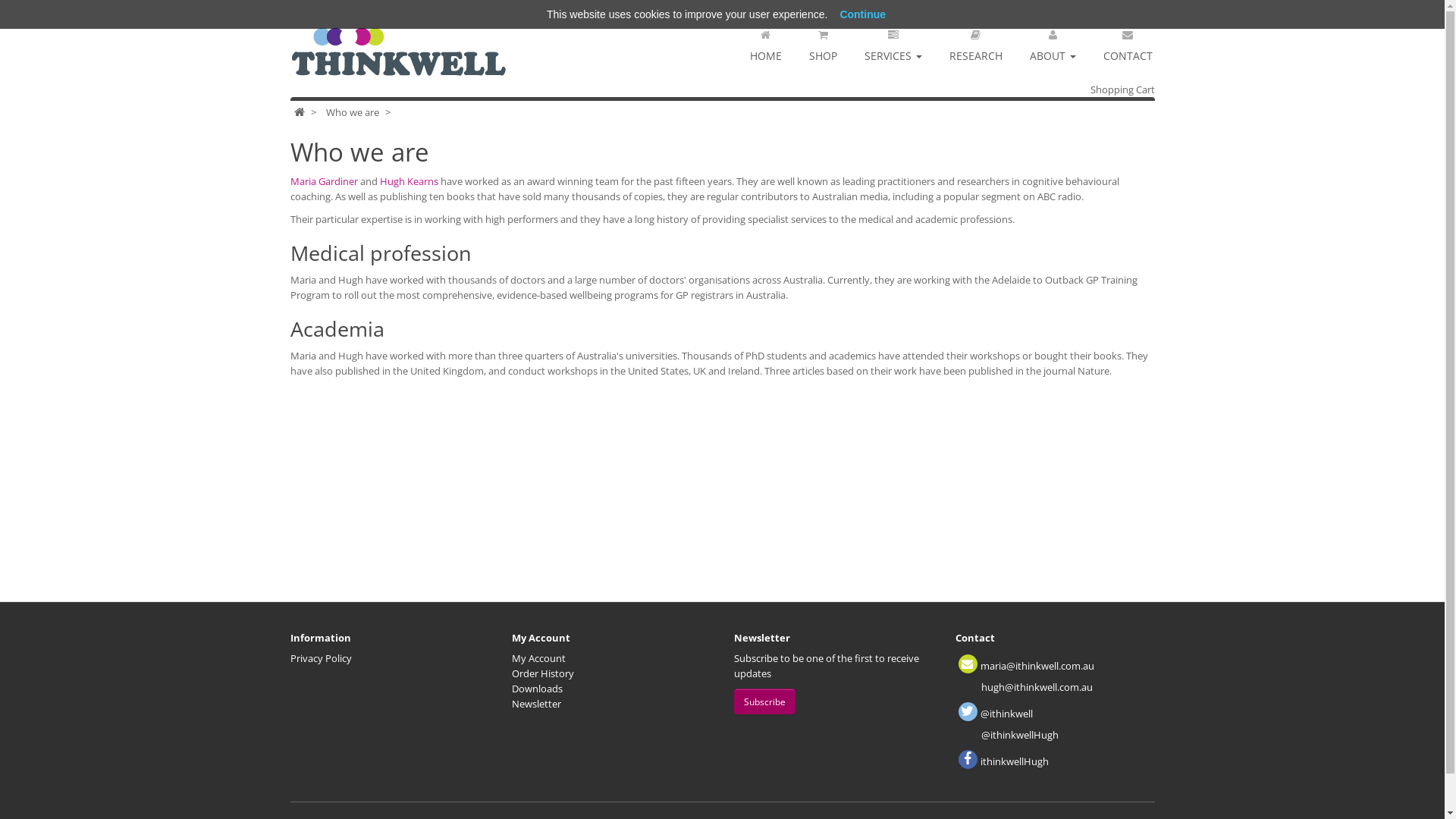 This screenshot has height=819, width=1456. What do you see at coordinates (1090, 89) in the screenshot?
I see `'Shopping Cart'` at bounding box center [1090, 89].